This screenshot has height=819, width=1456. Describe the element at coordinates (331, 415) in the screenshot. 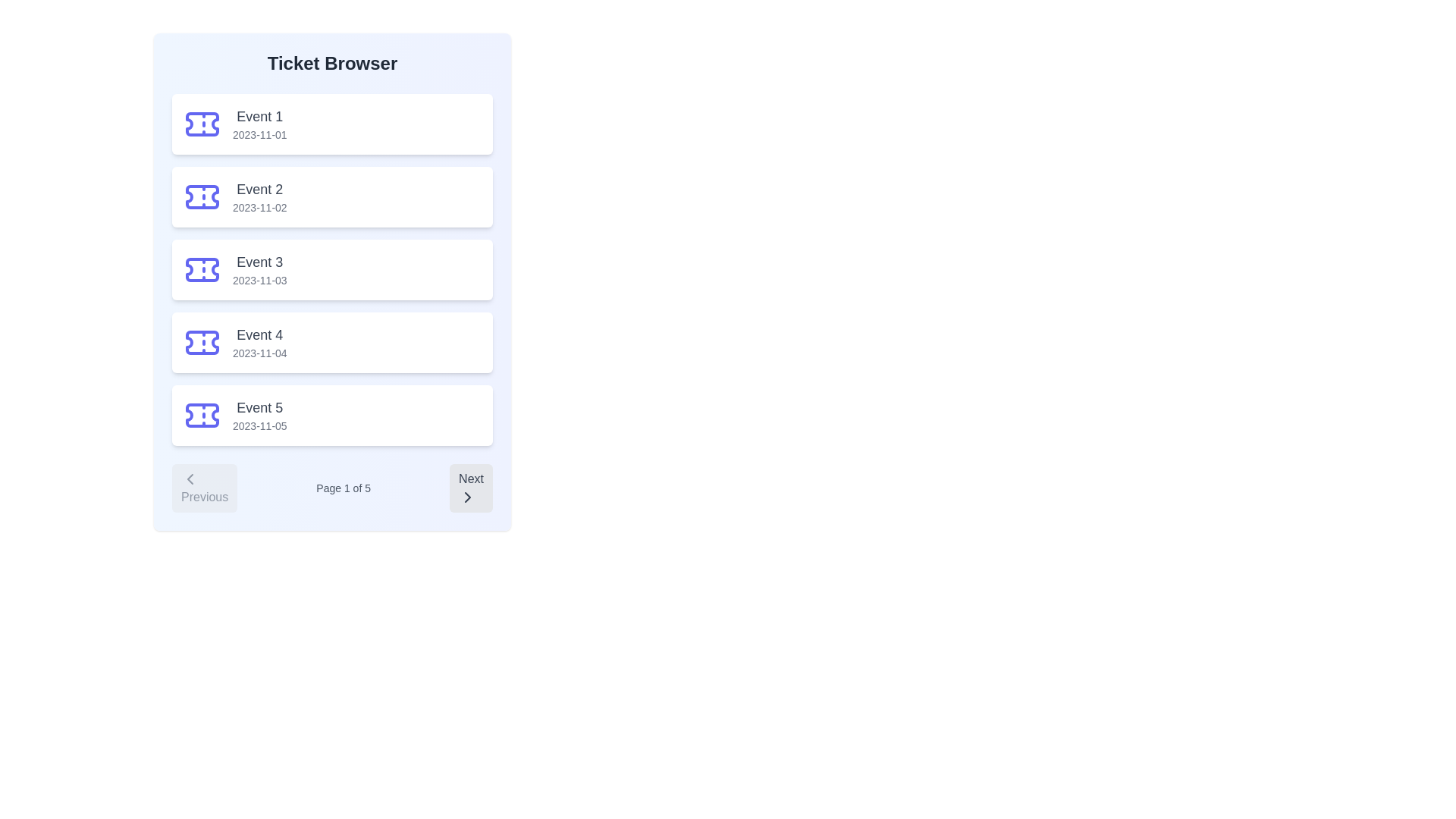

I see `to select the event represented by the fifth List item card located at the bottom of the vertical list, displaying its name and date` at that location.